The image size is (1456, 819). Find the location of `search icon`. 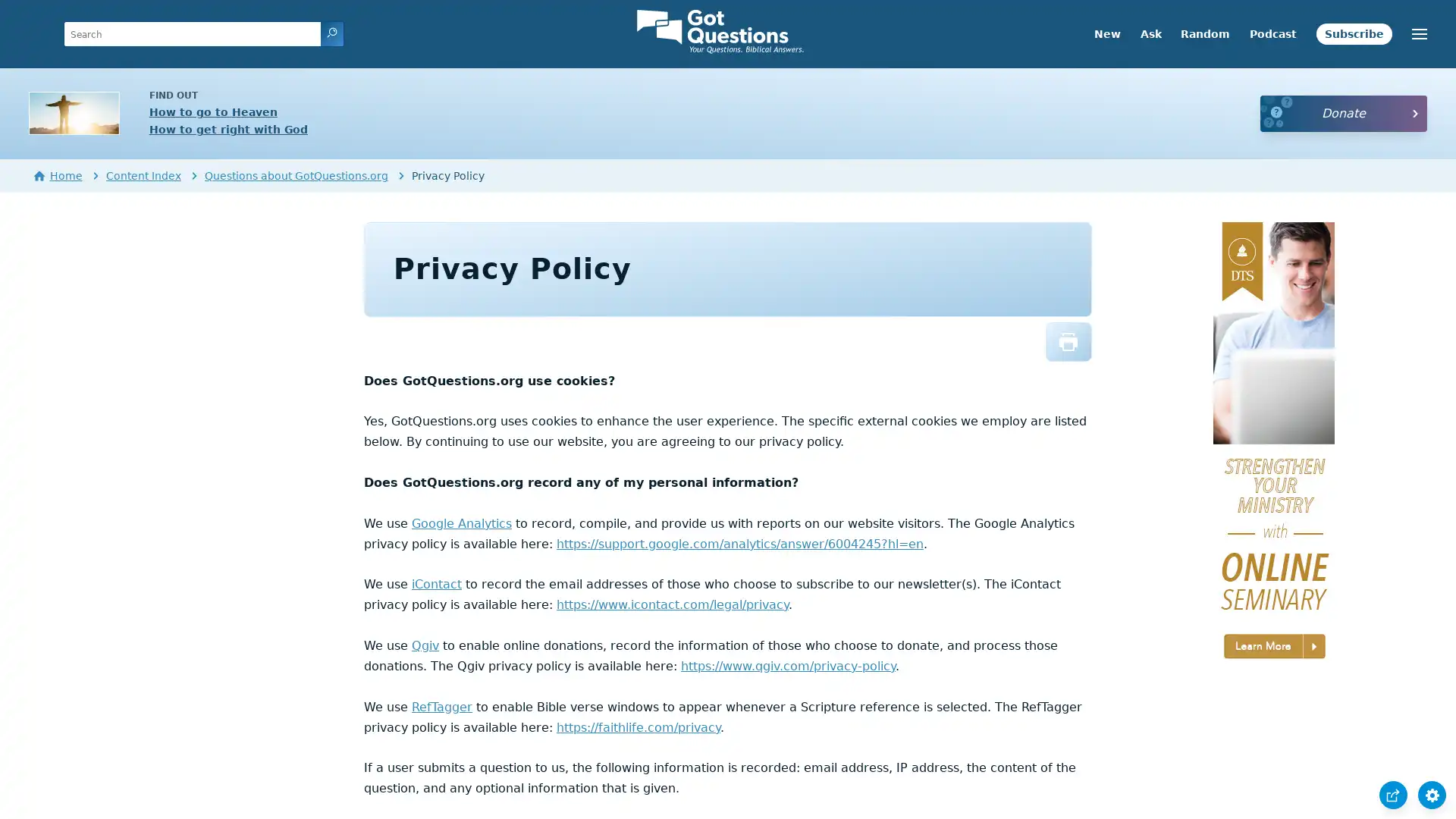

search icon is located at coordinates (331, 33).